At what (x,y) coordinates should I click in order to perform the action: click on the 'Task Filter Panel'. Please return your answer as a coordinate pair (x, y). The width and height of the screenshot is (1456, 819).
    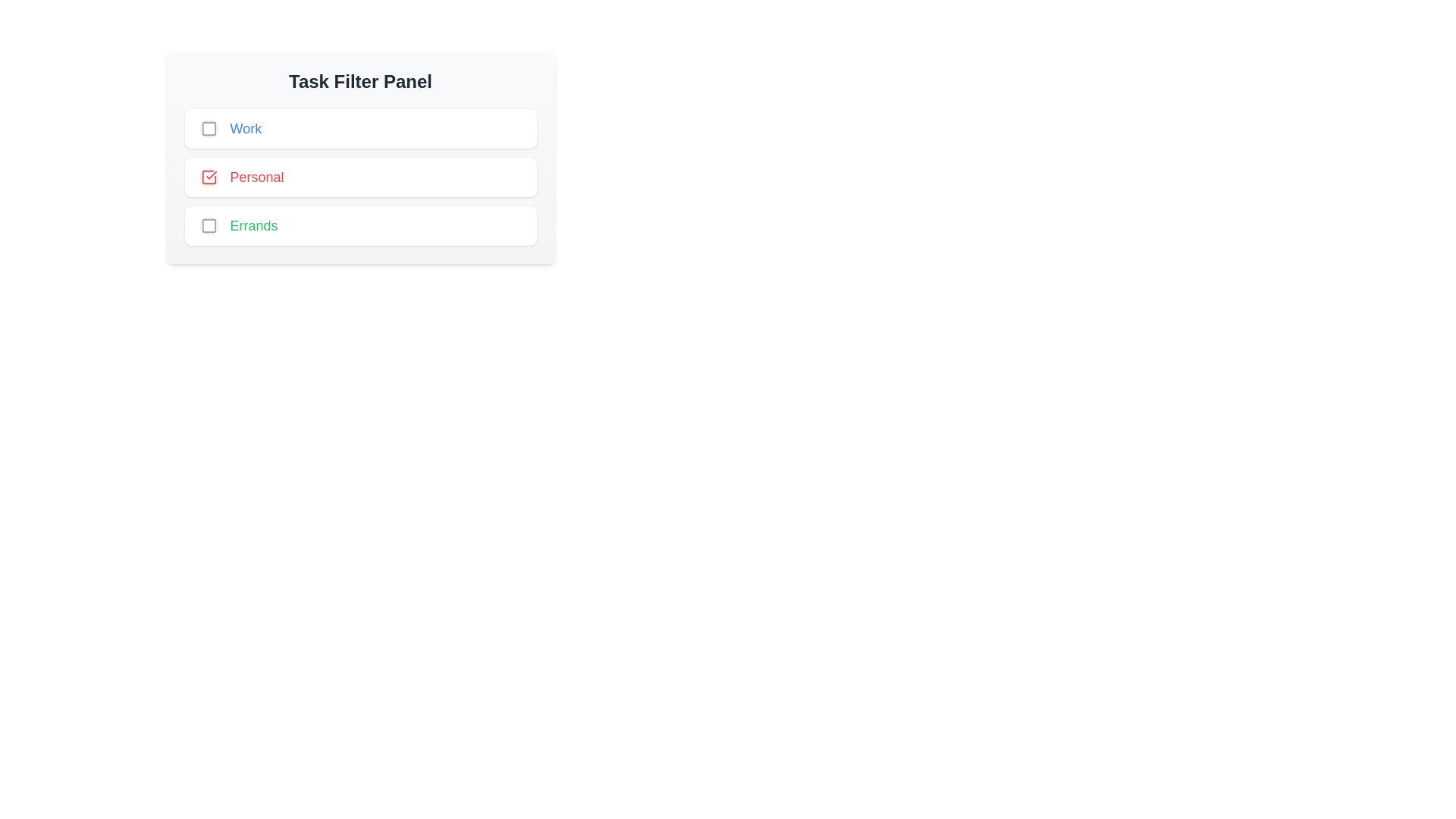
    Looking at the image, I should click on (359, 158).